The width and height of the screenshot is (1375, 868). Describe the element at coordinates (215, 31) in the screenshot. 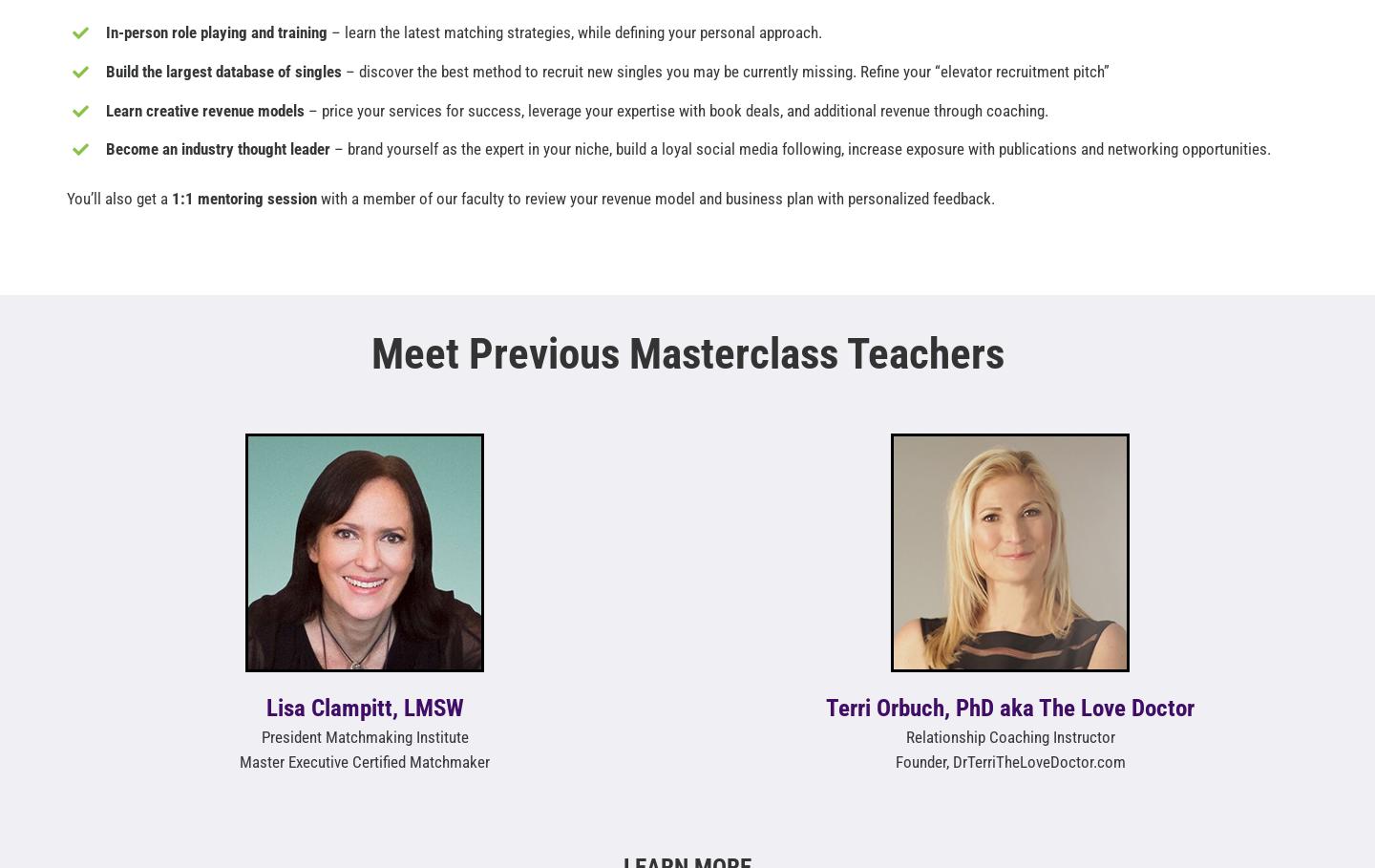

I see `'In-person role playing and training'` at that location.